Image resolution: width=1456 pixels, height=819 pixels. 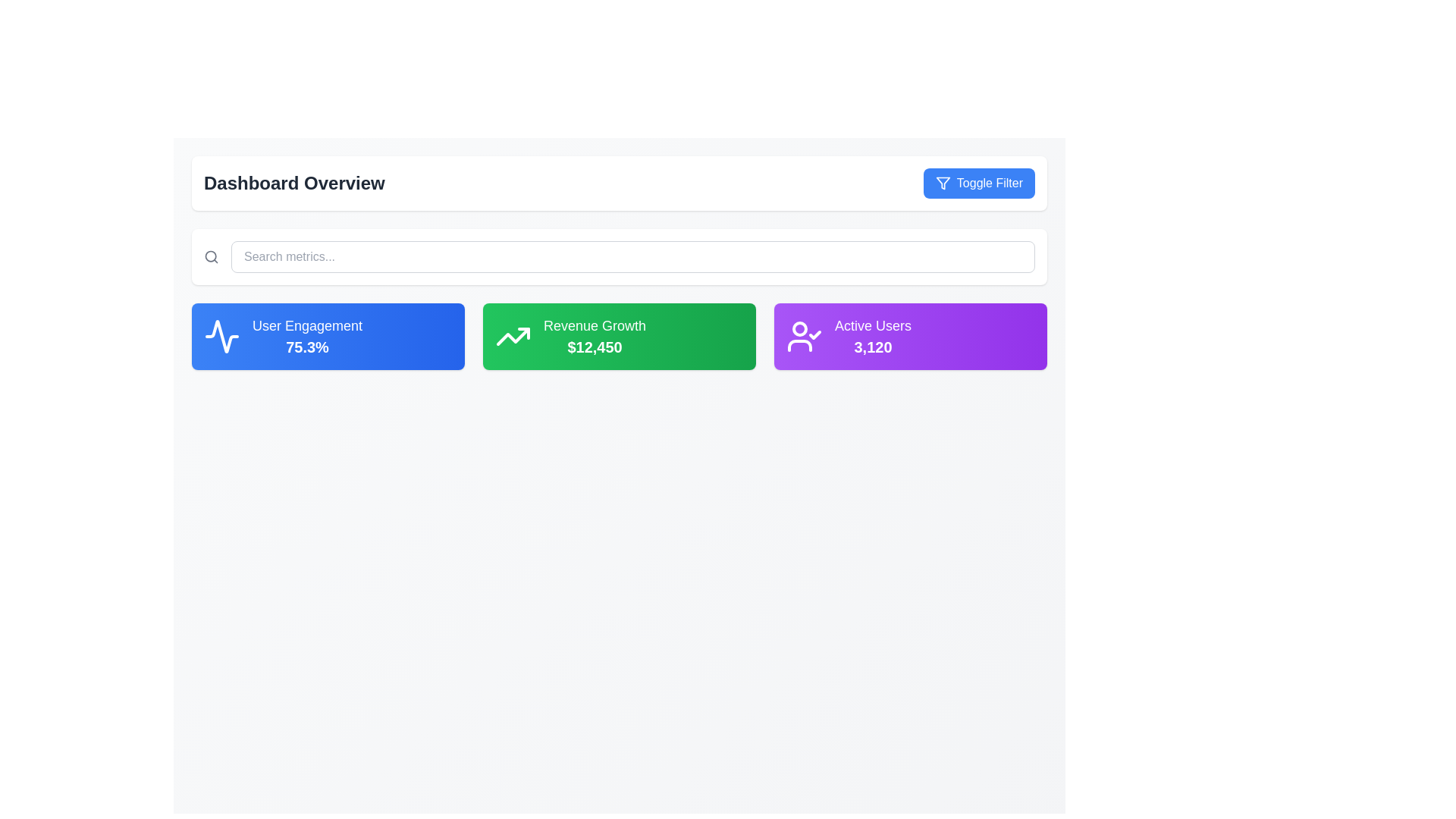 I want to click on the small circular SVG element that is part of the user icon, located near the top-left portion of the graphic, so click(x=799, y=328).